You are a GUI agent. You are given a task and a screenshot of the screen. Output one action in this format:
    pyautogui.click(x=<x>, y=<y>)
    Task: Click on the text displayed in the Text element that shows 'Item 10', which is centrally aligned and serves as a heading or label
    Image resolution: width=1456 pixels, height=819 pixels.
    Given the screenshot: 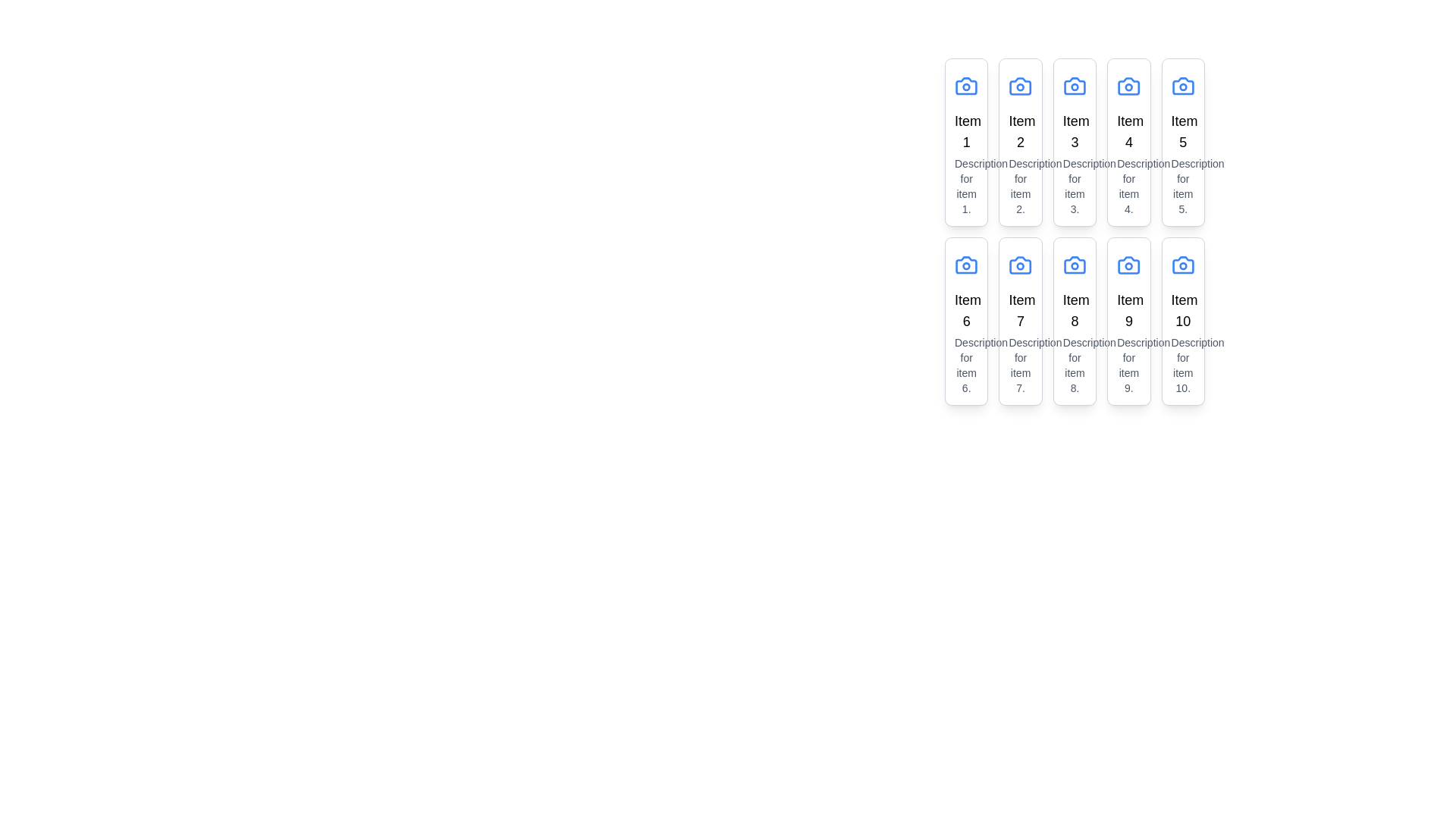 What is the action you would take?
    pyautogui.click(x=1182, y=309)
    